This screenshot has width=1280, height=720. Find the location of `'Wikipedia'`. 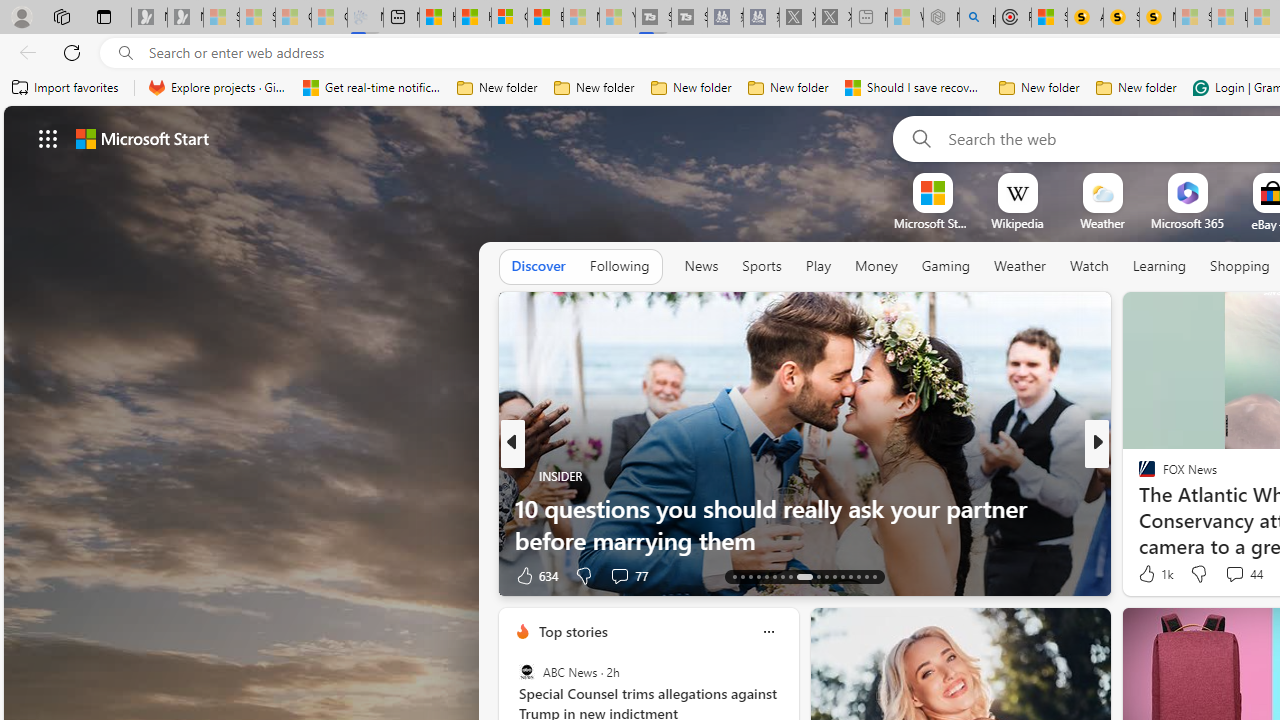

'Wikipedia' is located at coordinates (1017, 223).